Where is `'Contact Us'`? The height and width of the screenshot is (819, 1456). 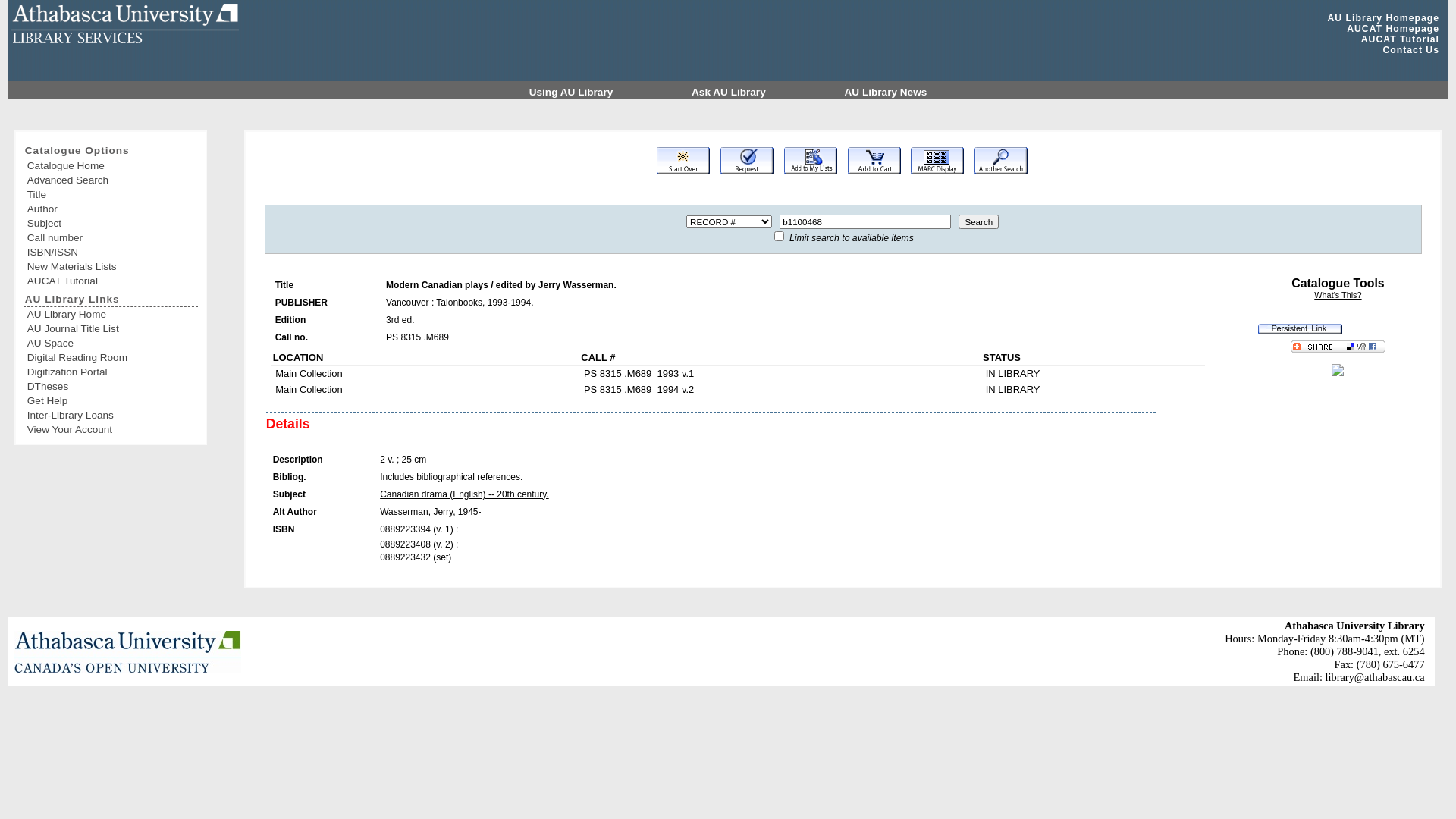 'Contact Us' is located at coordinates (1382, 49).